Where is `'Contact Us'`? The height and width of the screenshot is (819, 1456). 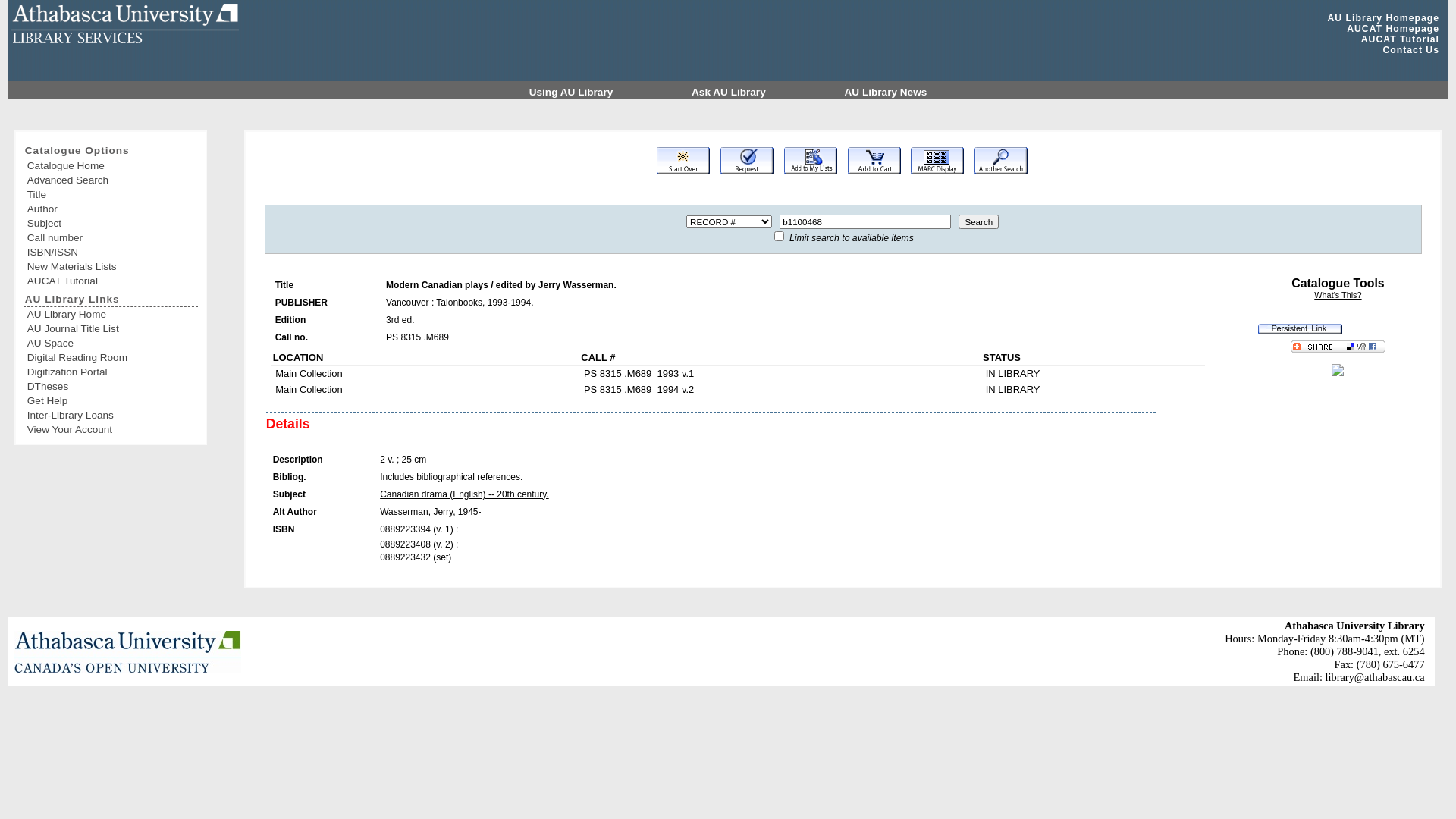 'Contact Us' is located at coordinates (1382, 49).